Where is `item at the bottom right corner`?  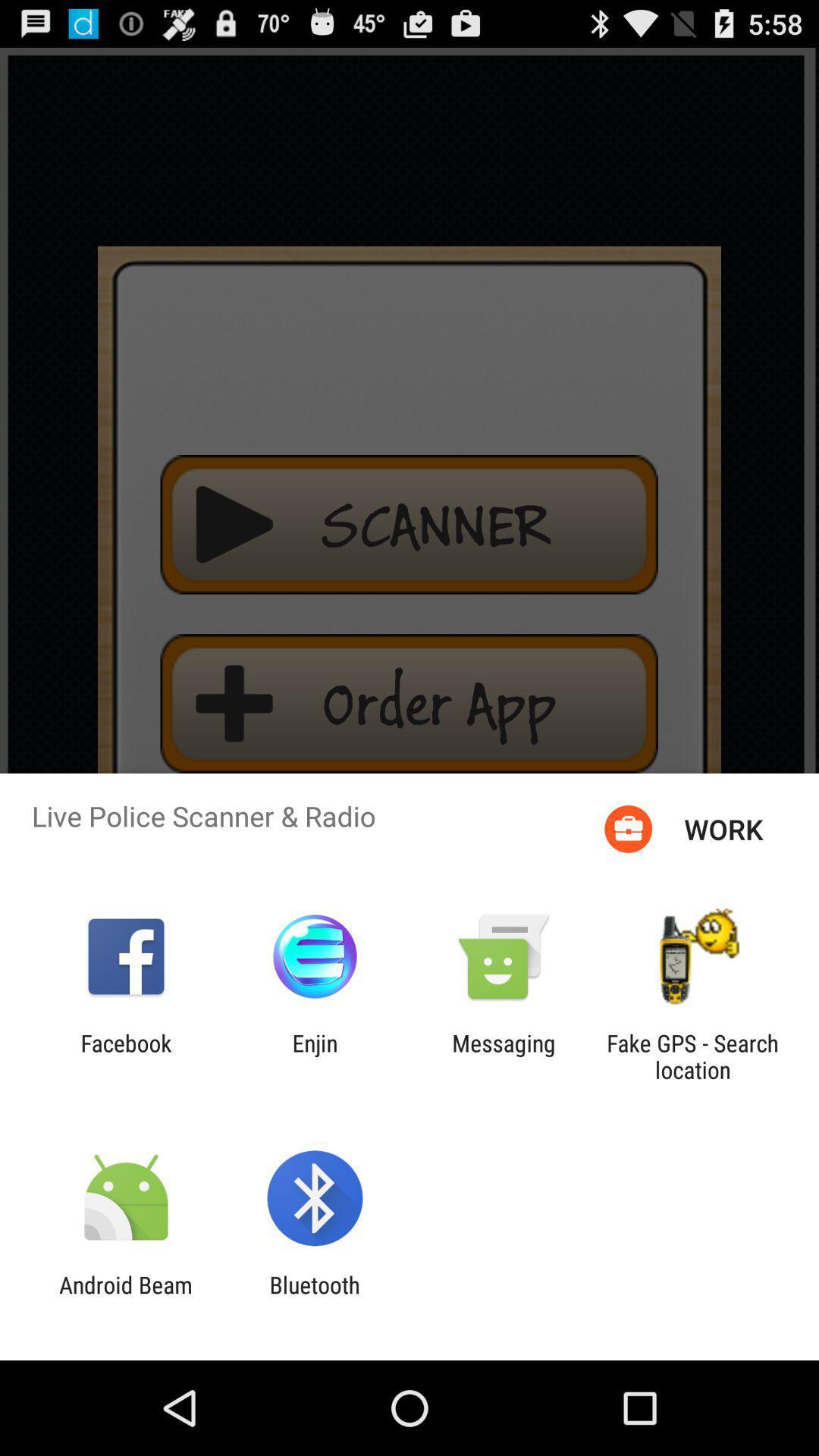 item at the bottom right corner is located at coordinates (692, 1056).